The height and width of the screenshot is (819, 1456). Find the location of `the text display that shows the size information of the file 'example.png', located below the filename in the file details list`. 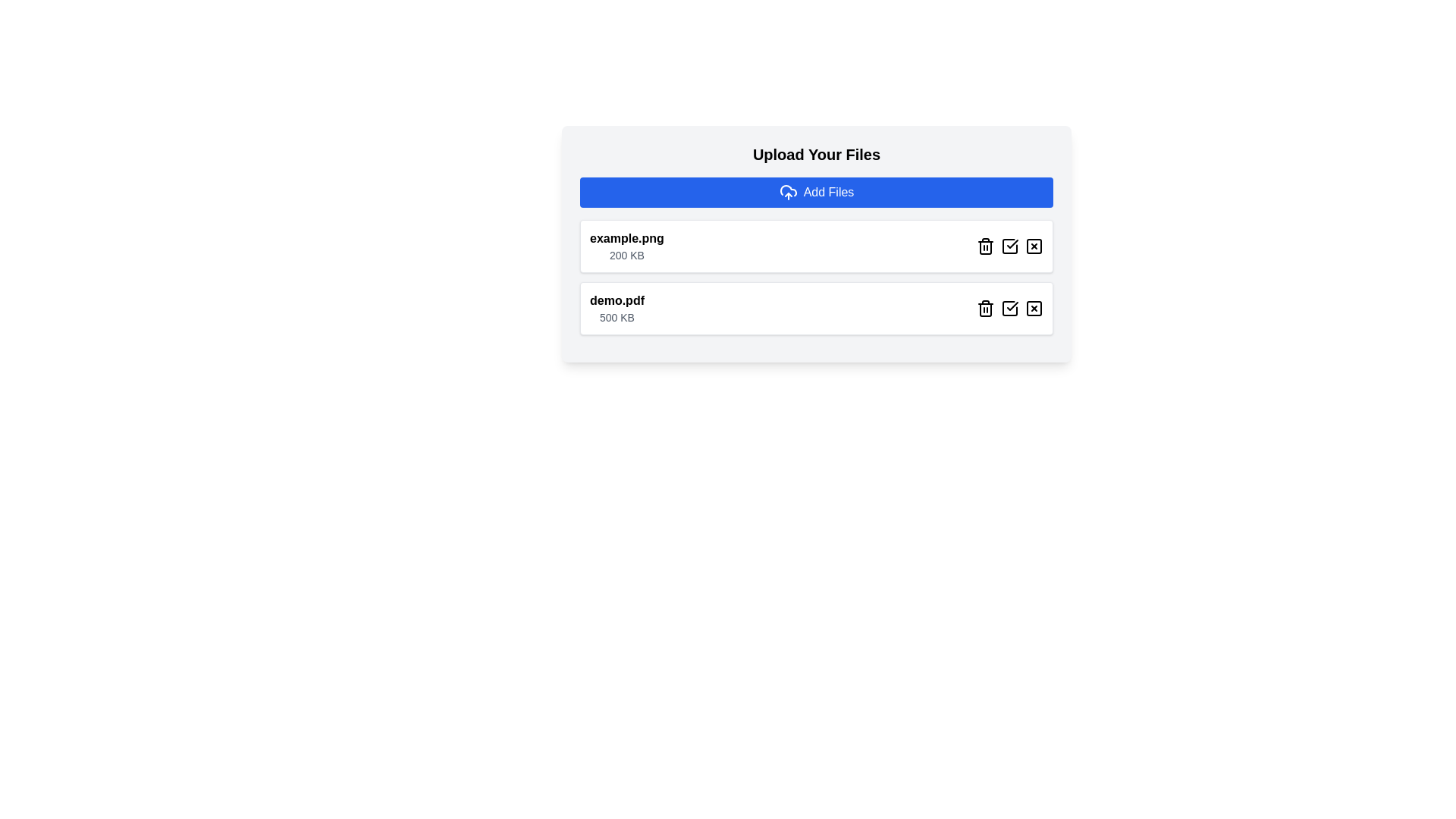

the text display that shows the size information of the file 'example.png', located below the filename in the file details list is located at coordinates (626, 254).